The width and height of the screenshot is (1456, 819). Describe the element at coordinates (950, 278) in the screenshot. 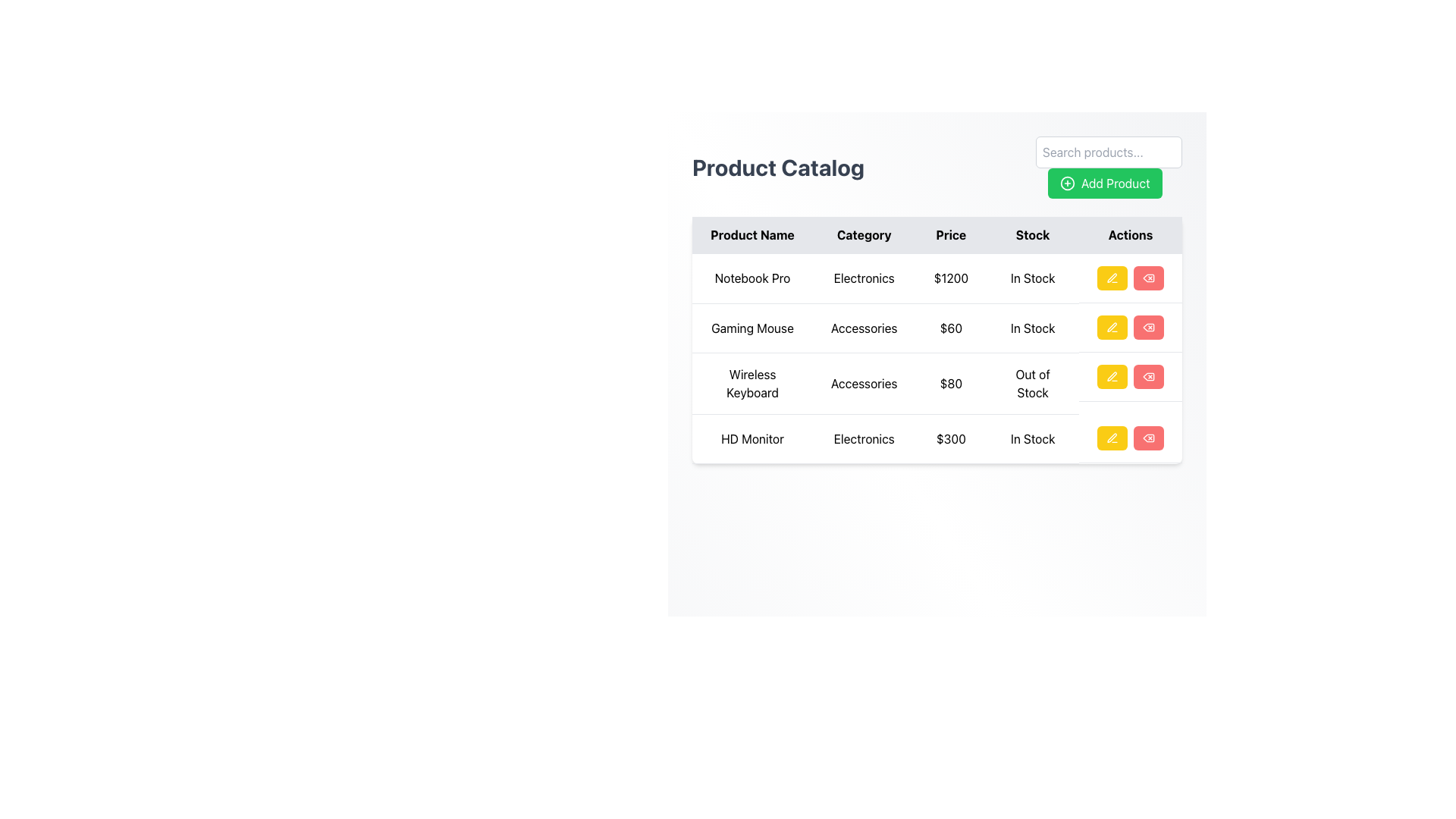

I see `the Text label displaying the price '$1200' for the product 'Notebook Pro' in the first row of the table` at that location.